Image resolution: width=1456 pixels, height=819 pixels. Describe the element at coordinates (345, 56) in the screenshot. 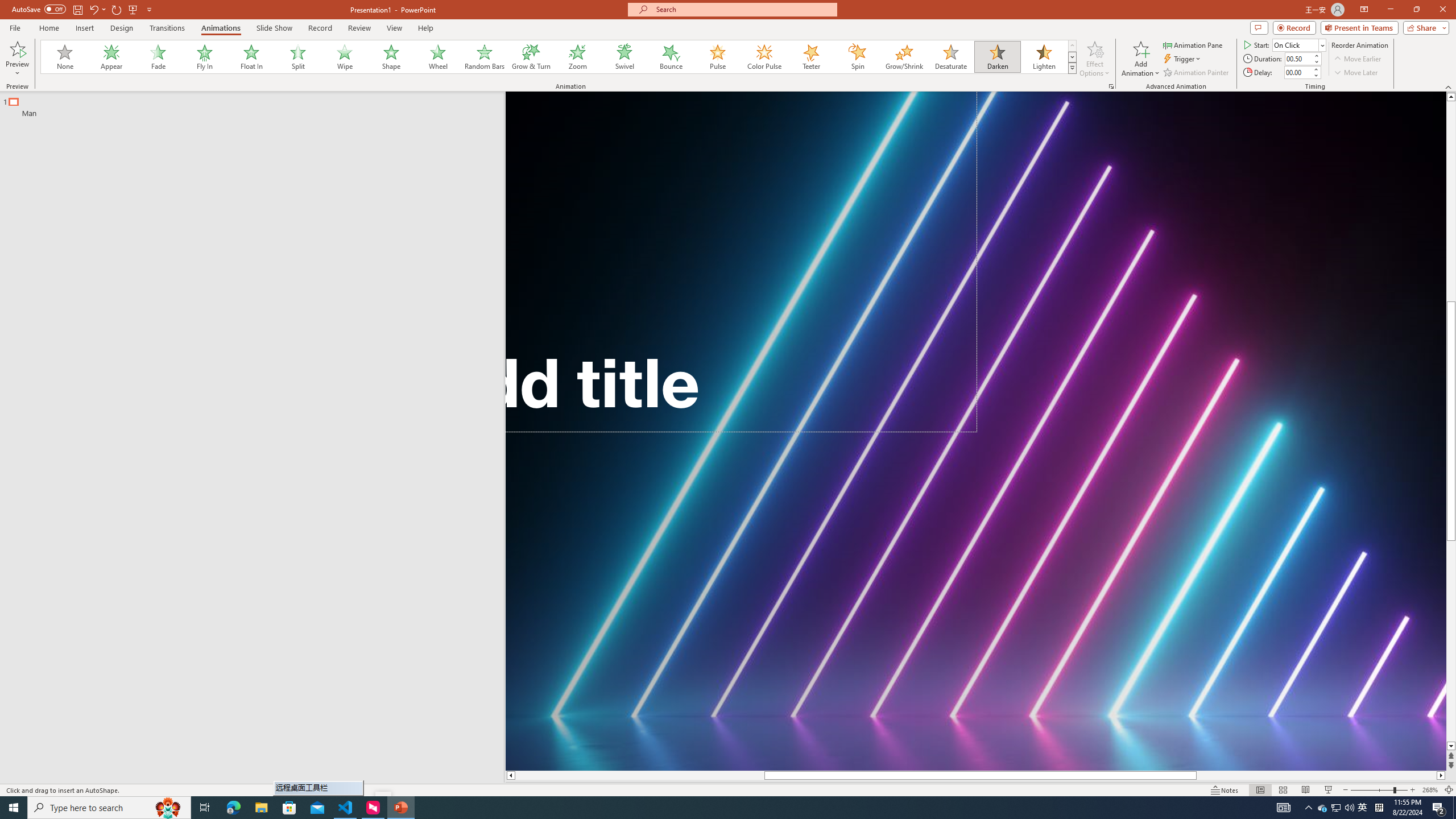

I see `'Wipe'` at that location.